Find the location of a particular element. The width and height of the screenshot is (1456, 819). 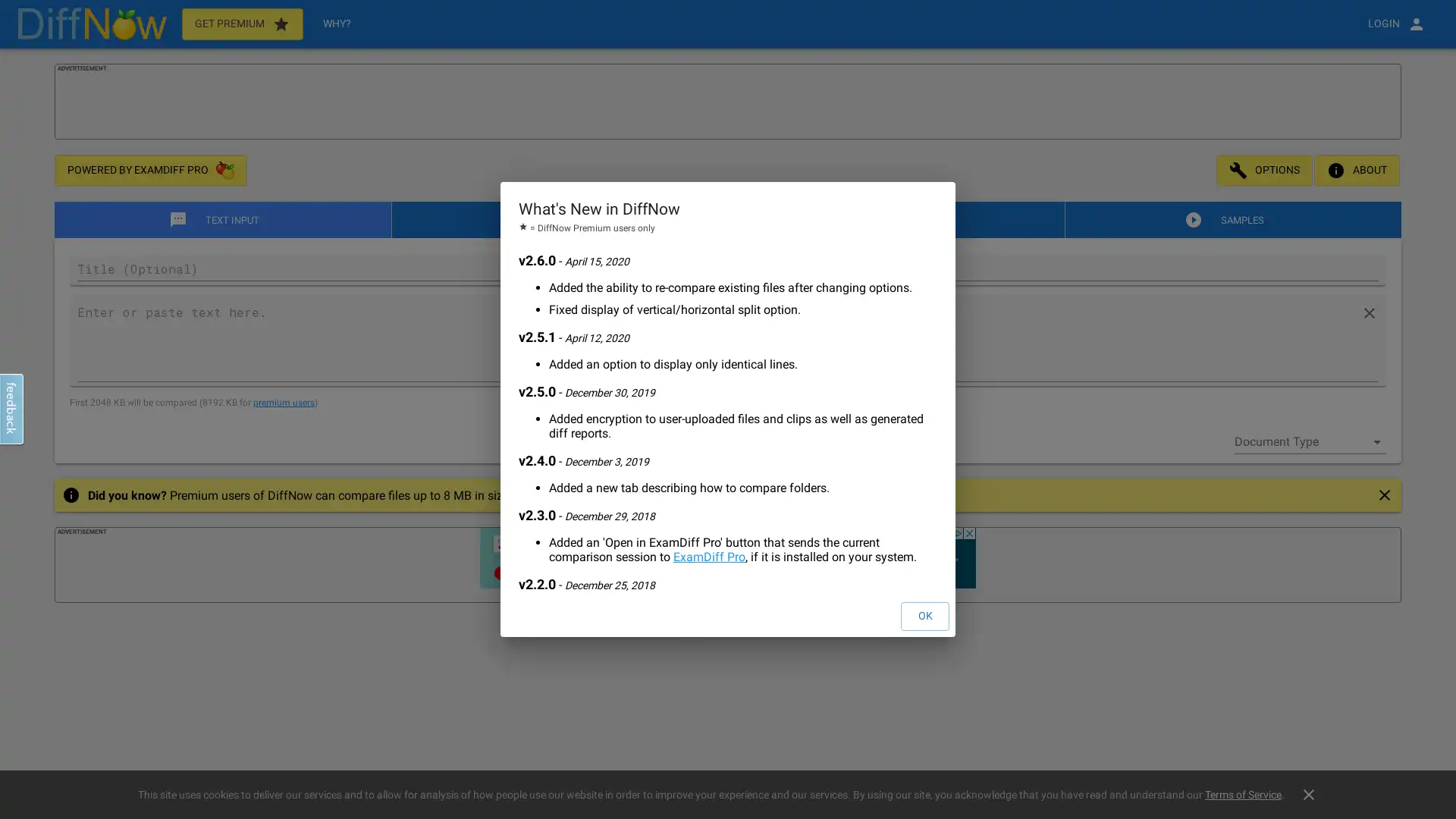

LOGIN is located at coordinates (1396, 24).